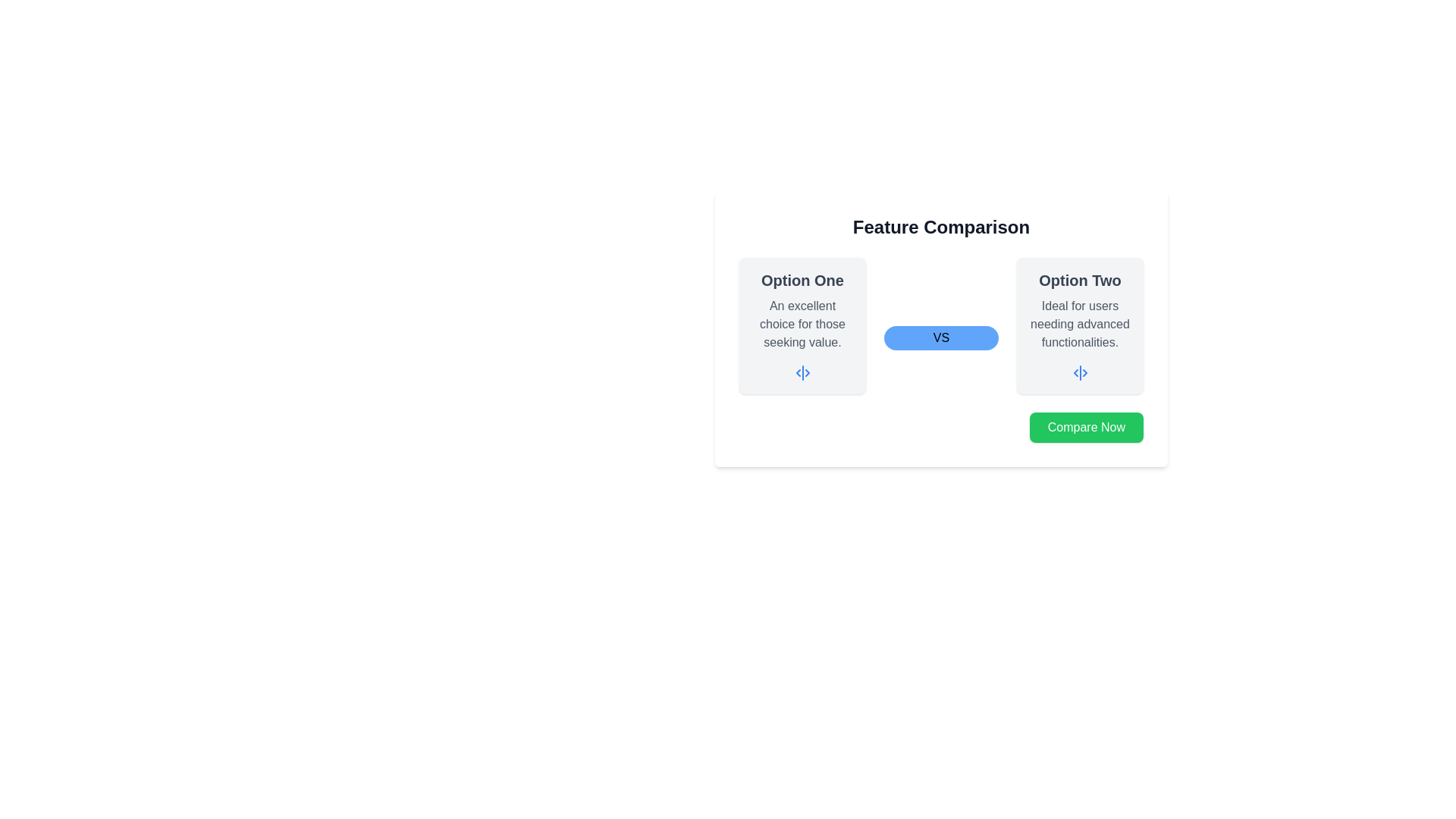 Image resolution: width=1456 pixels, height=819 pixels. What do you see at coordinates (1079, 324) in the screenshot?
I see `the text block that says 'Ideal for users needing advanced functionalities.' located beneath the title 'Option Two' in the highlighted card layout` at bounding box center [1079, 324].